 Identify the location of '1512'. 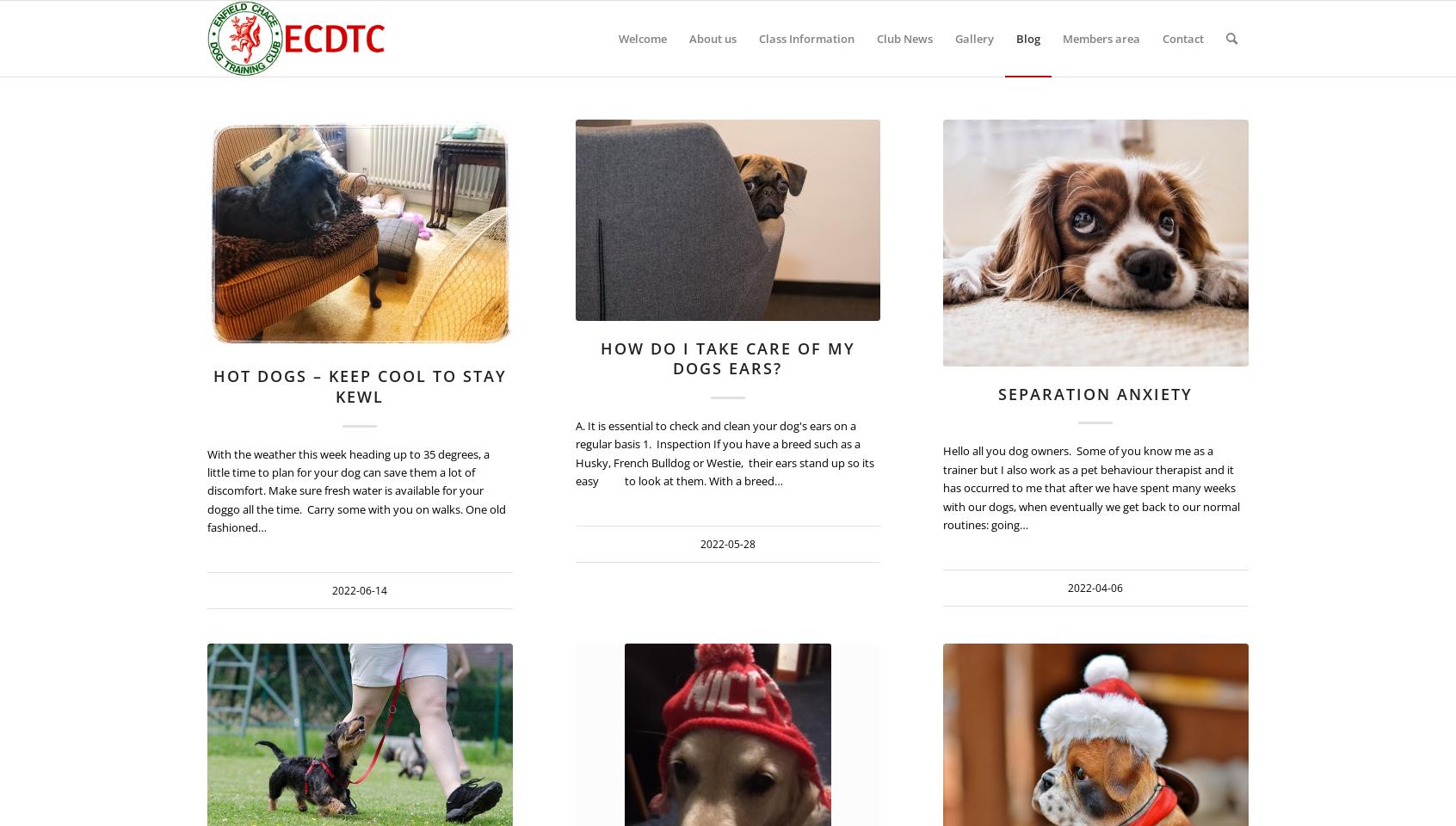
(714, 145).